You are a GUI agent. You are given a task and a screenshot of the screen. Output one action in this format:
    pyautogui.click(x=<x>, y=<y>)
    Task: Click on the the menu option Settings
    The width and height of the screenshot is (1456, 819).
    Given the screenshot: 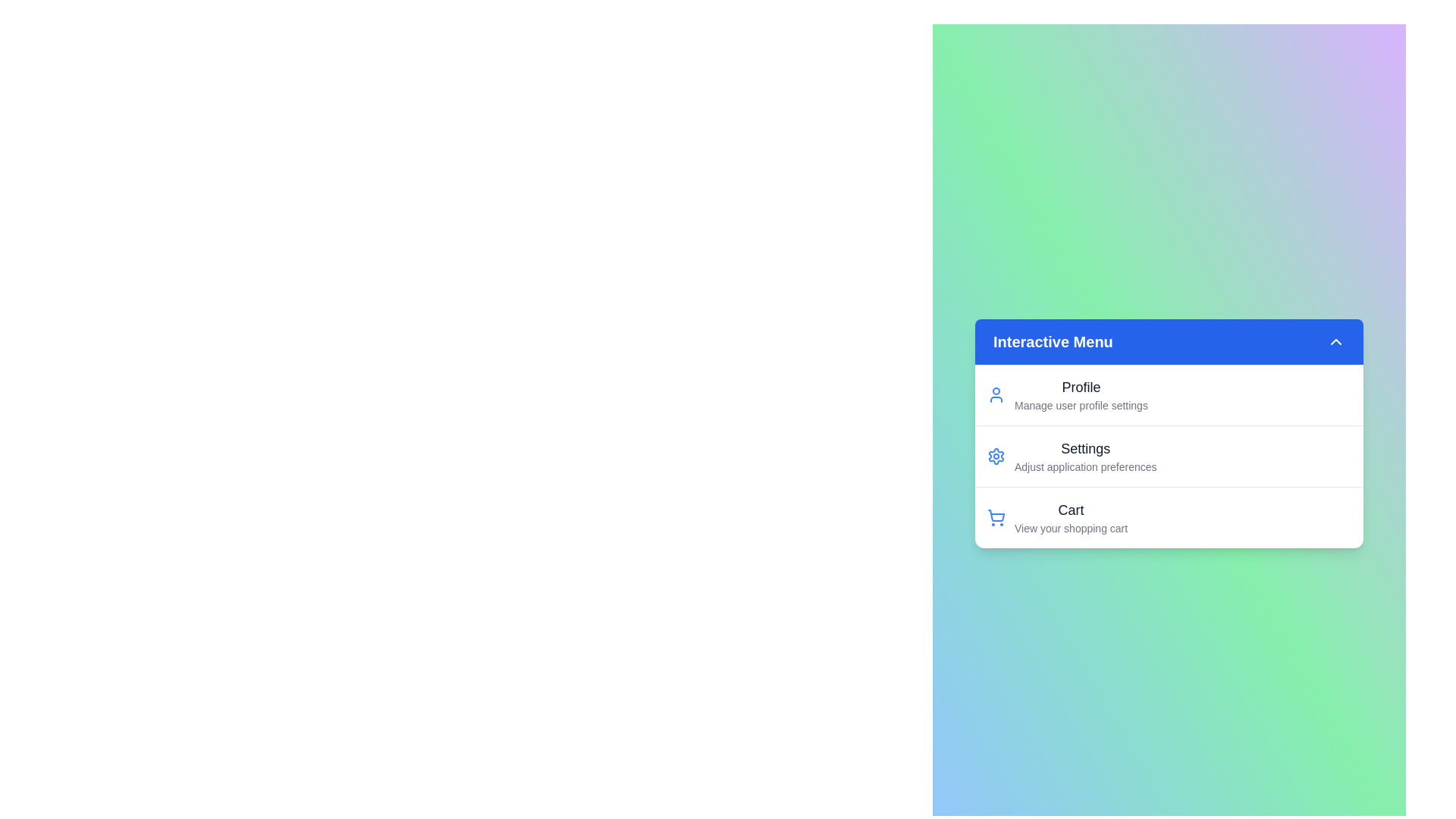 What is the action you would take?
    pyautogui.click(x=1069, y=455)
    